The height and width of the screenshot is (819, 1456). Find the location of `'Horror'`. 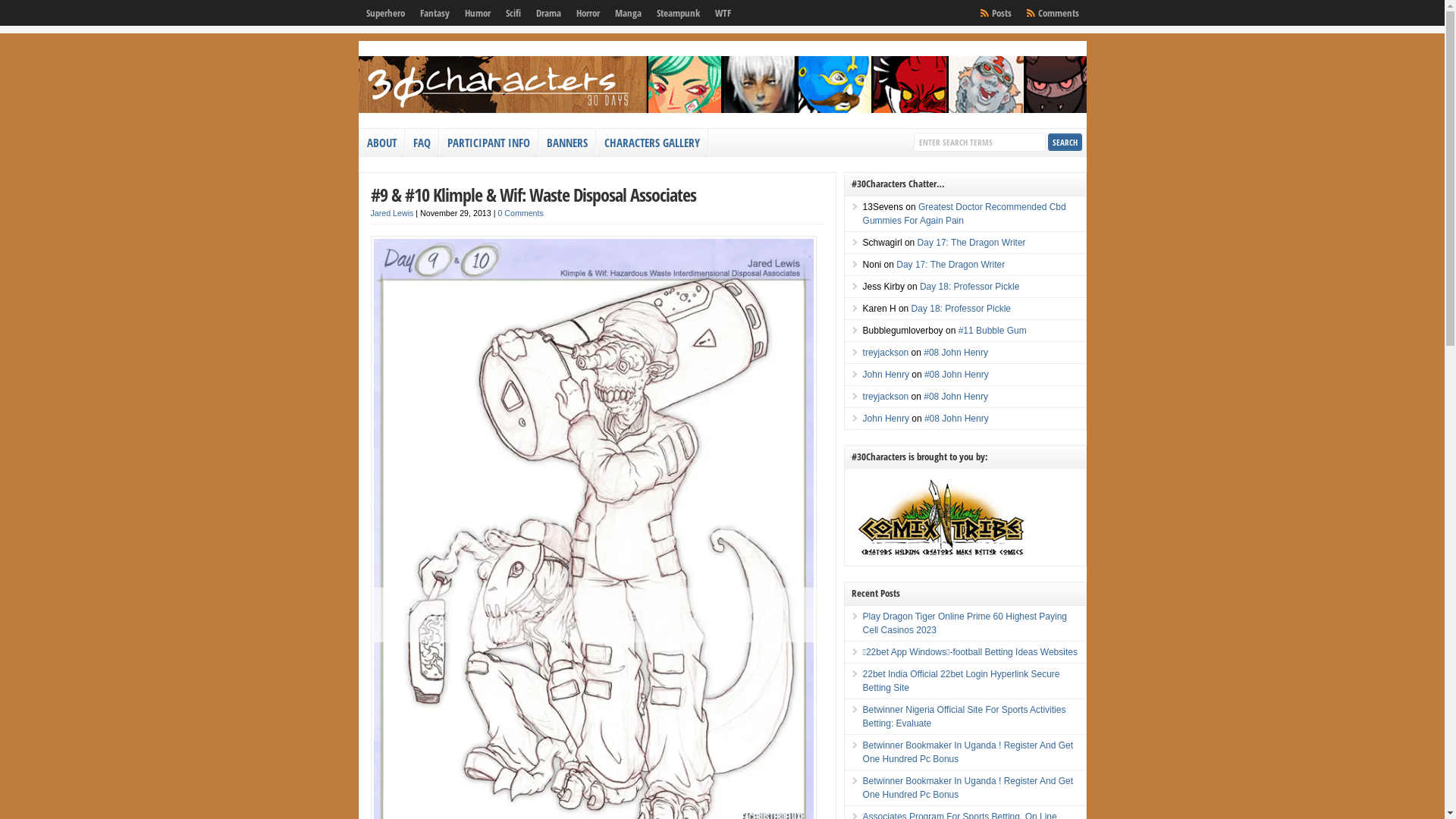

'Horror' is located at coordinates (587, 12).